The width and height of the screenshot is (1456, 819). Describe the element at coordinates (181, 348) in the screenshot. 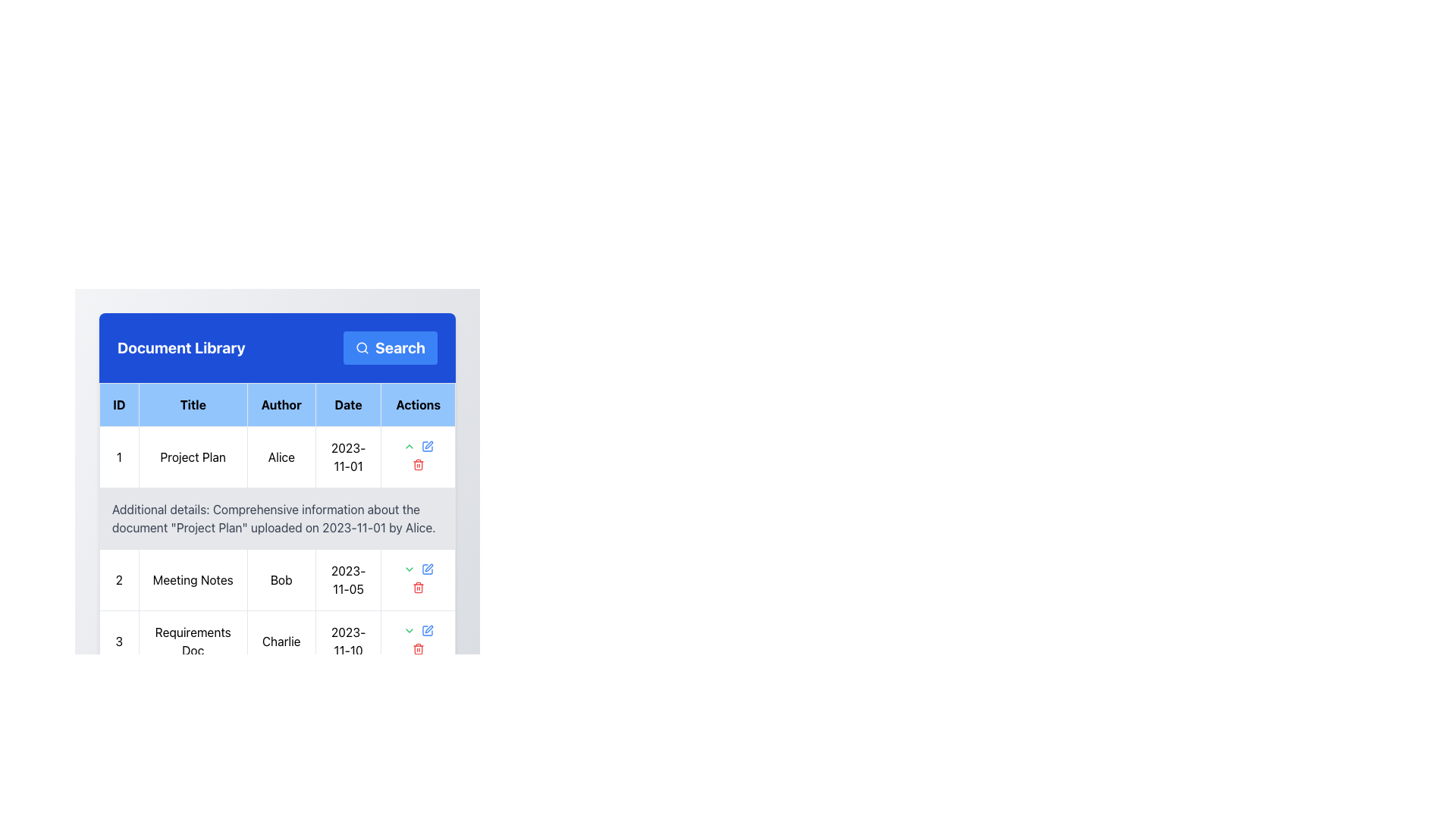

I see `the 'Document Library' text label, which is a bold white text on a blue background located in the left-middle portion of a blue header bar` at that location.